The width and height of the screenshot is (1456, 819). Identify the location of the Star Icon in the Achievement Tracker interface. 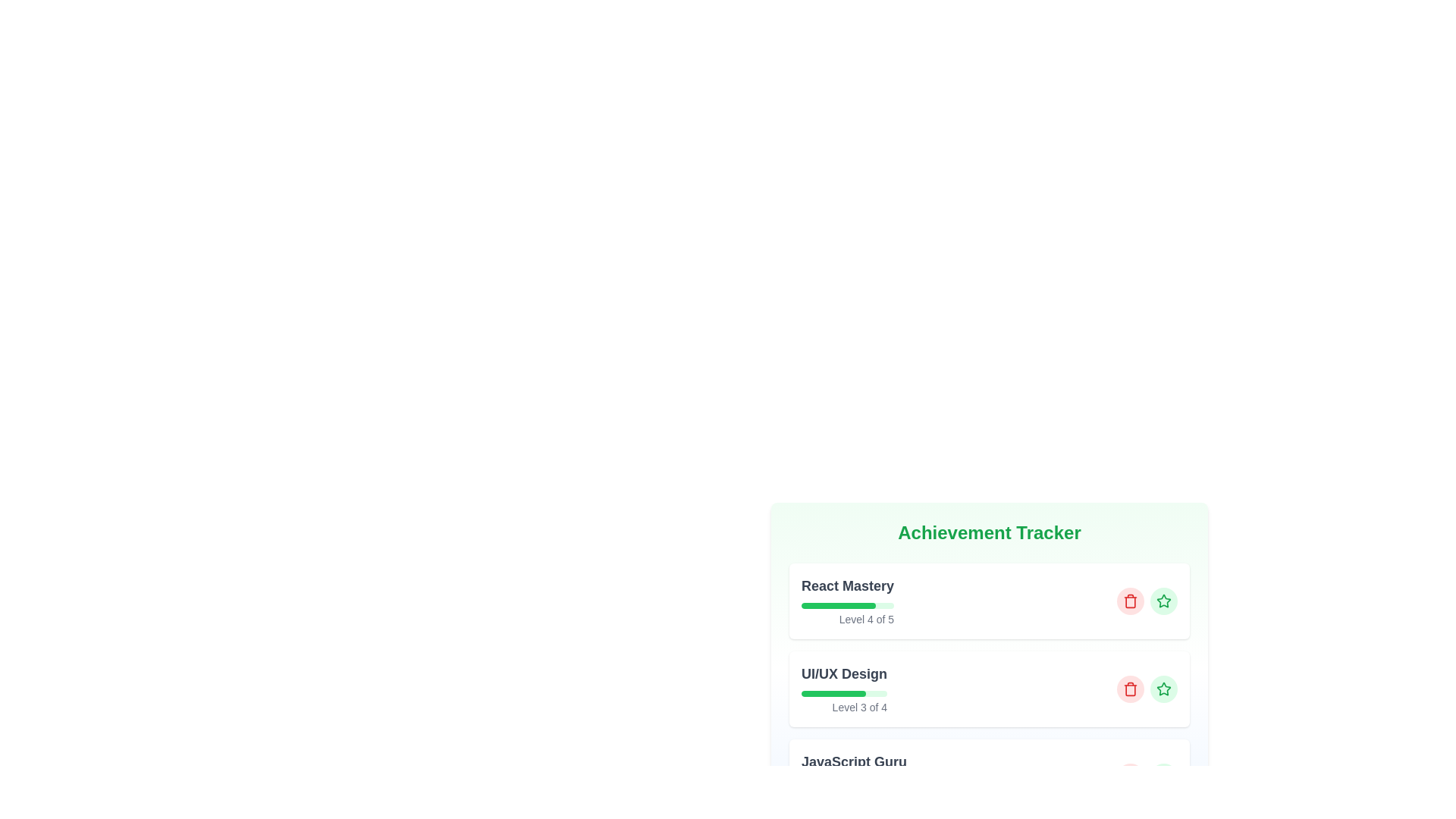
(1163, 600).